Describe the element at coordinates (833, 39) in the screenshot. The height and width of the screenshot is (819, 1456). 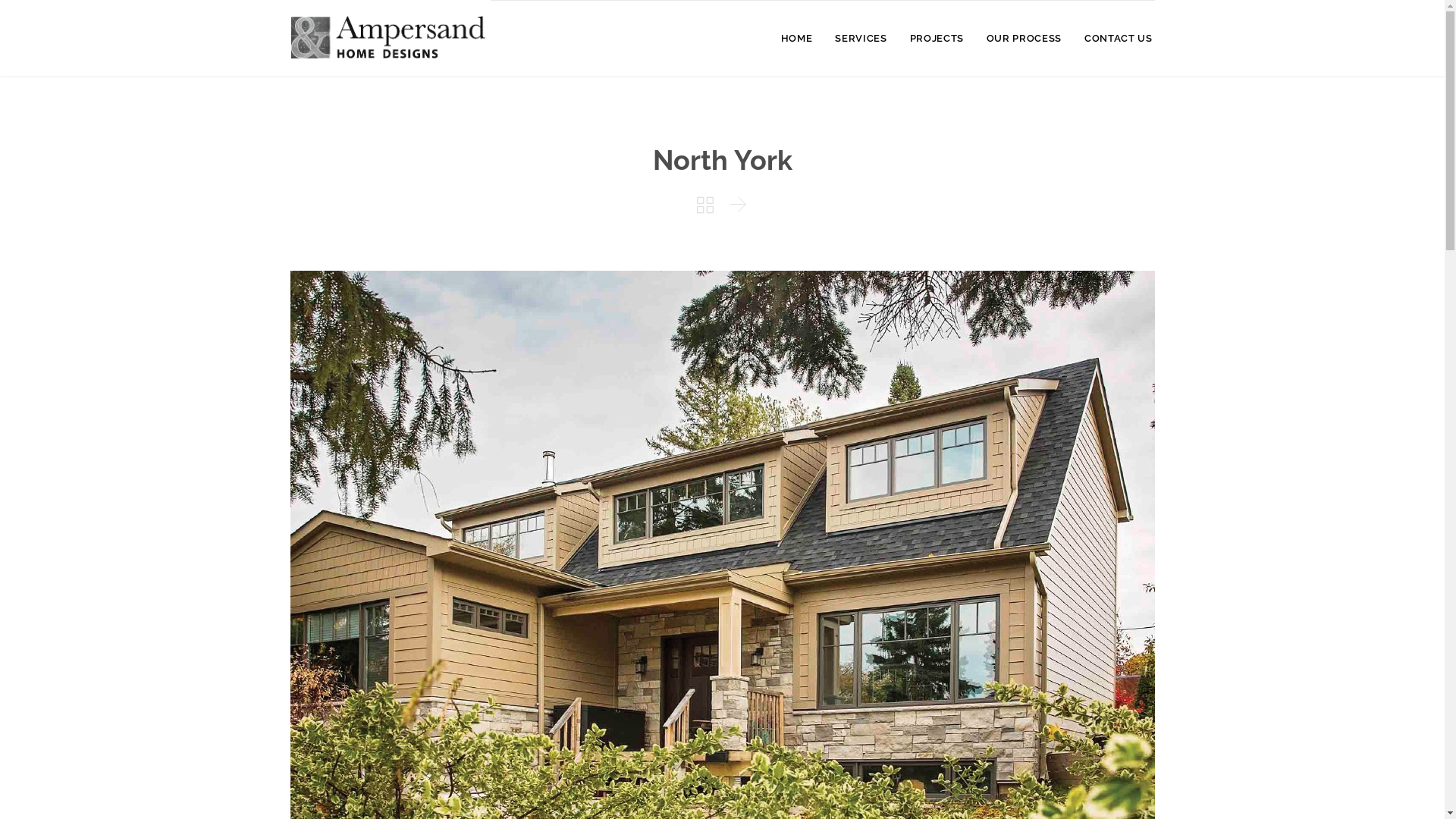
I see `'SERVICES'` at that location.